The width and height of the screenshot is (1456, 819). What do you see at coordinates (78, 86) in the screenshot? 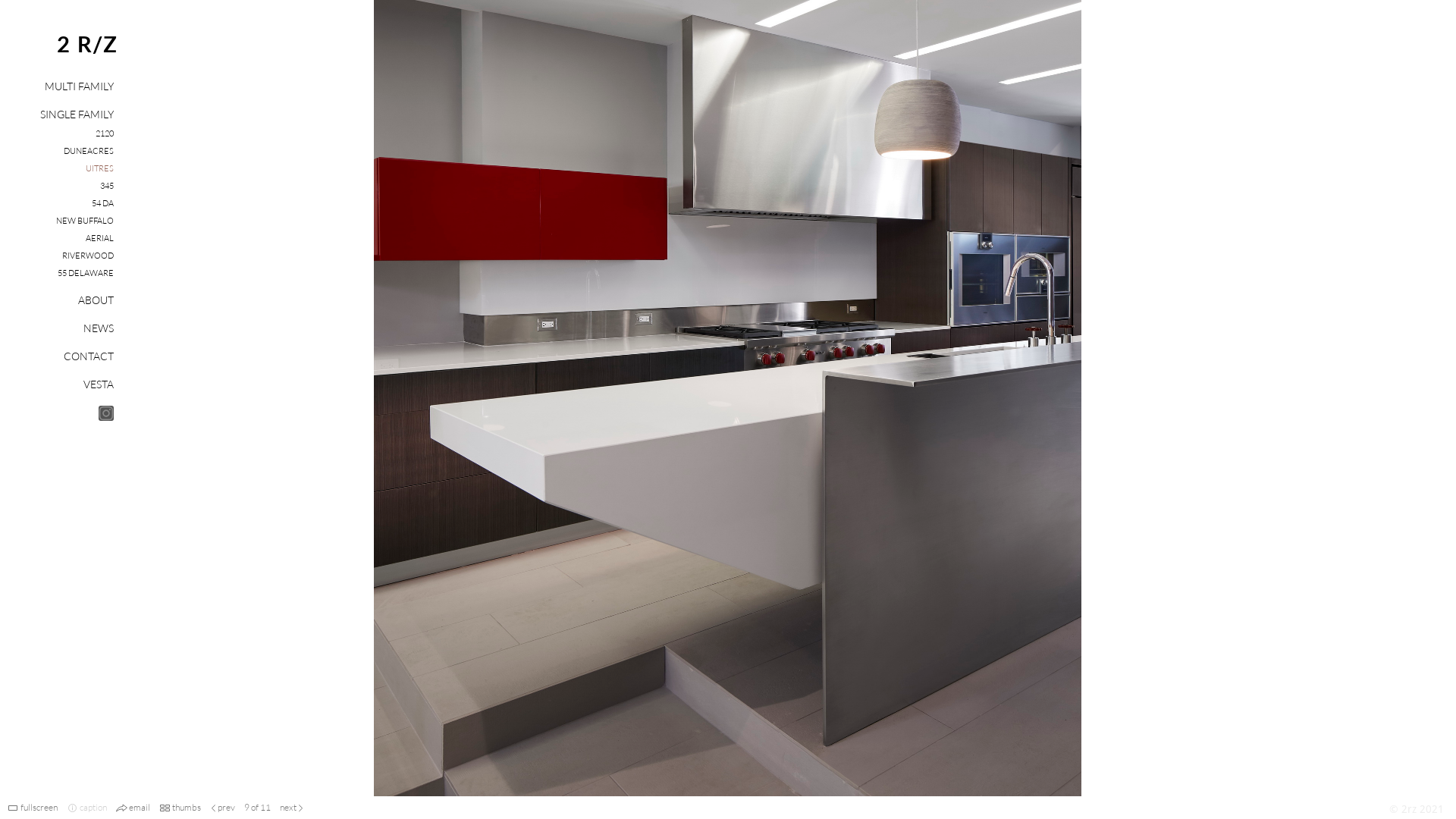
I see `'MULTI FAMILY'` at bounding box center [78, 86].